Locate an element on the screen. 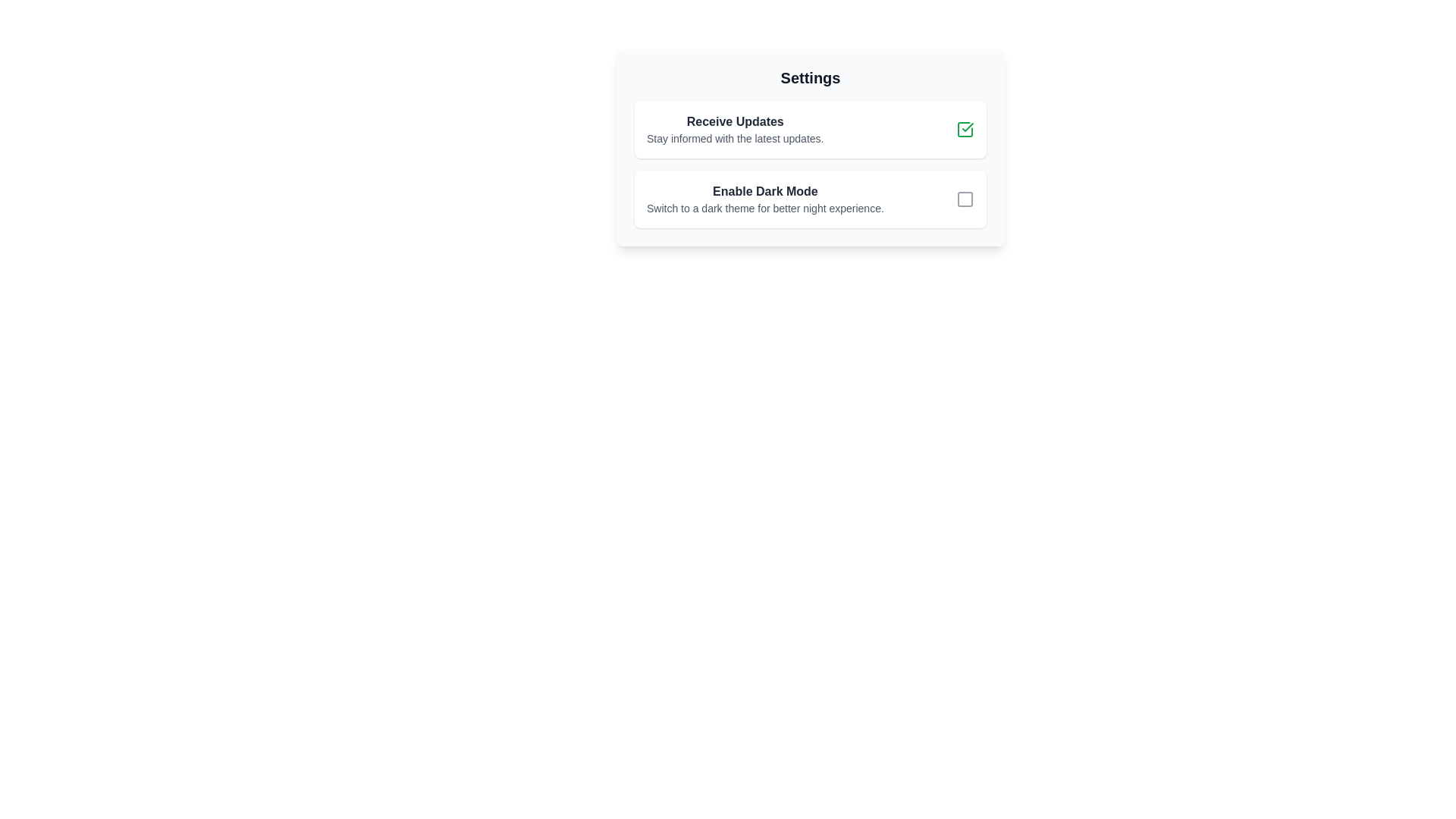 This screenshot has height=819, width=1456. the checkbox in the 'Enable Dark Mode' list item is located at coordinates (810, 198).